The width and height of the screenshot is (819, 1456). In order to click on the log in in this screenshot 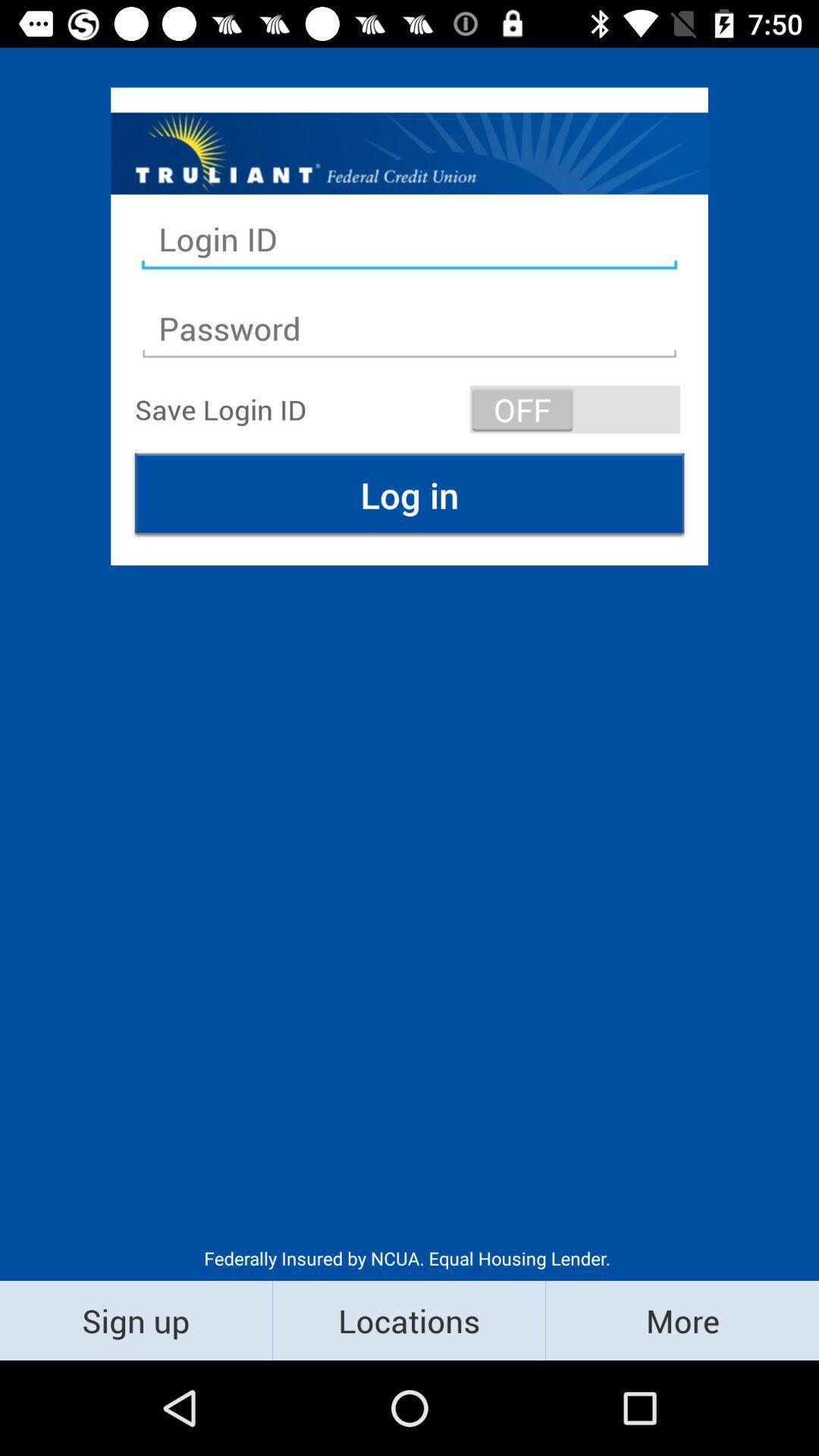, I will do `click(409, 494)`.